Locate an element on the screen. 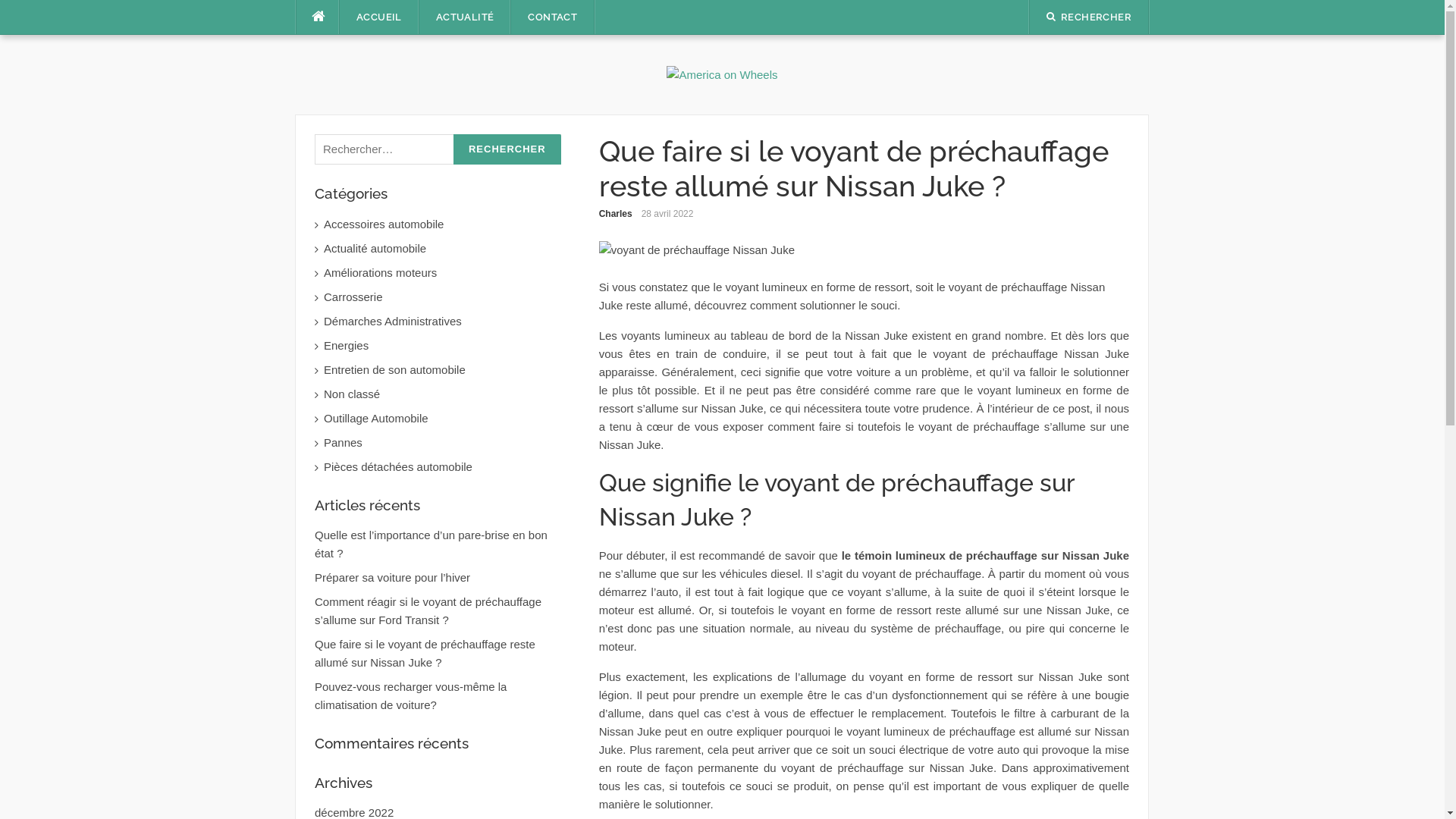 The height and width of the screenshot is (819, 1456). 'ACCUEIL' is located at coordinates (378, 17).